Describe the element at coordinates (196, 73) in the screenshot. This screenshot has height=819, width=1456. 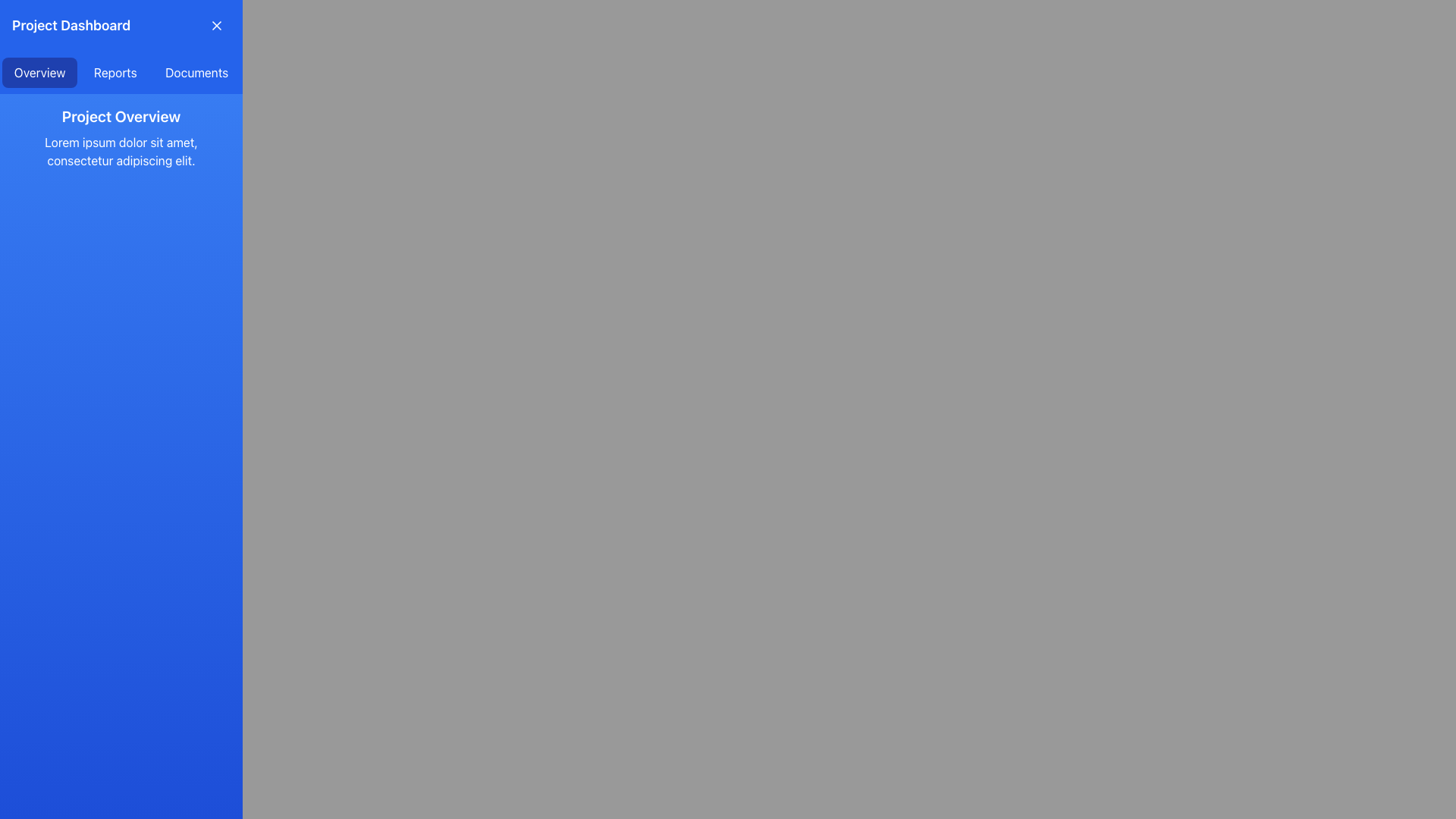
I see `the third button in the blue navigation panel, which links to the 'Documents' section, to change its background color` at that location.